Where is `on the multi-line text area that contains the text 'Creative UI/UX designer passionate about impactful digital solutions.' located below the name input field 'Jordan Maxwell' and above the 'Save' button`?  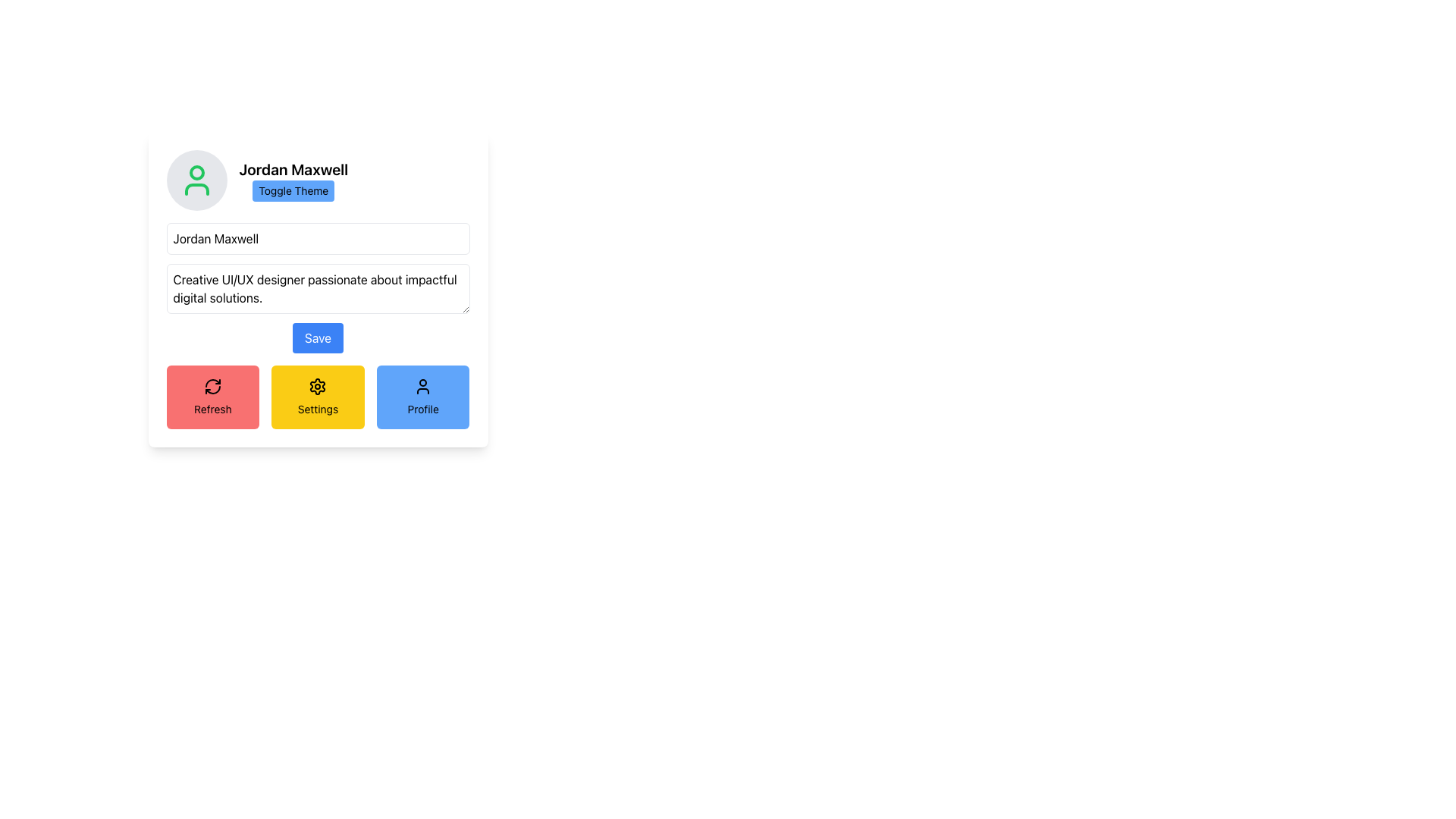
on the multi-line text area that contains the text 'Creative UI/UX designer passionate about impactful digital solutions.' located below the name input field 'Jordan Maxwell' and above the 'Save' button is located at coordinates (317, 289).